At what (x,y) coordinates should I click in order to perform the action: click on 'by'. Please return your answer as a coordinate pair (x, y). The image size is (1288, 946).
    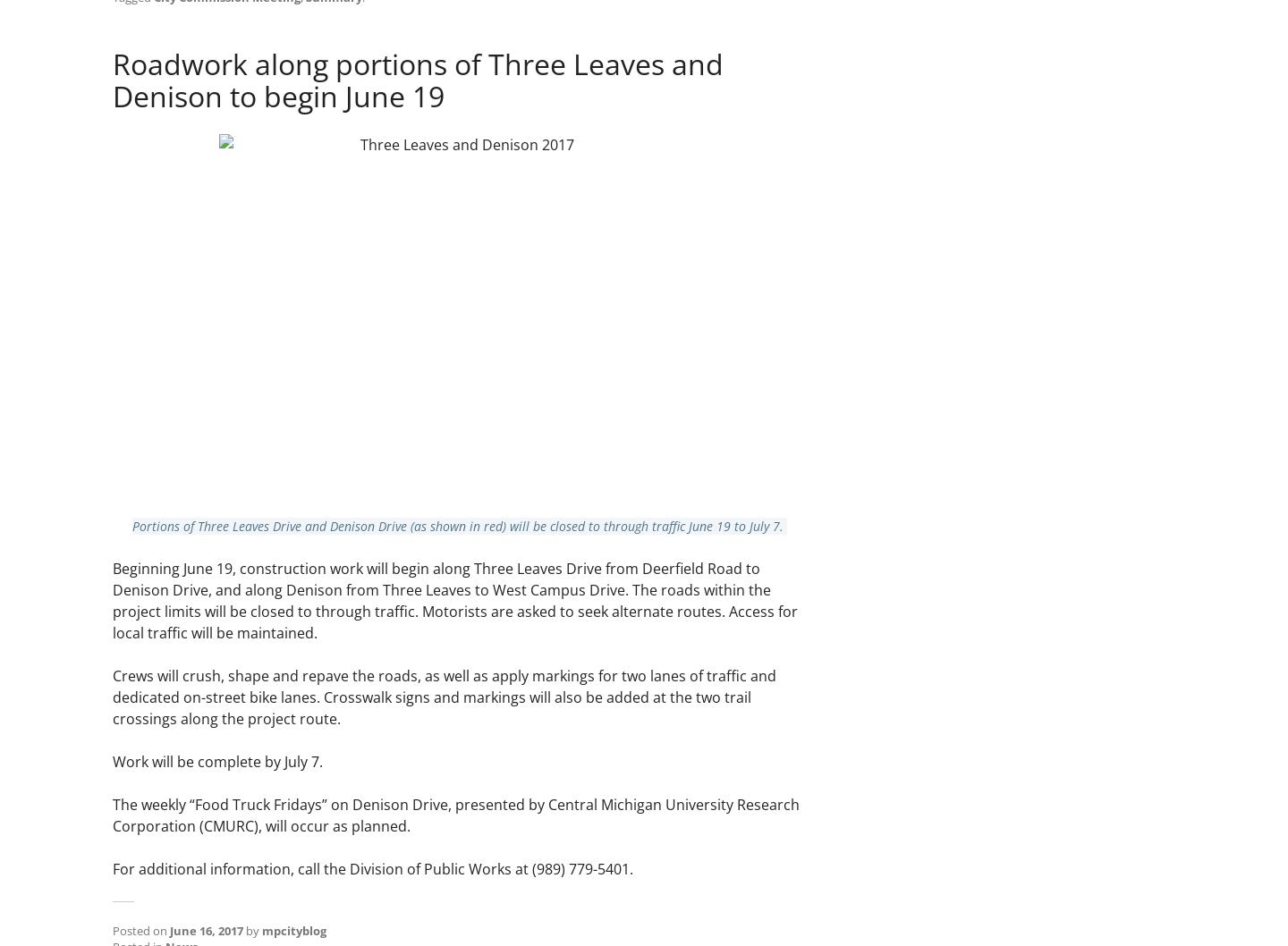
    Looking at the image, I should click on (242, 929).